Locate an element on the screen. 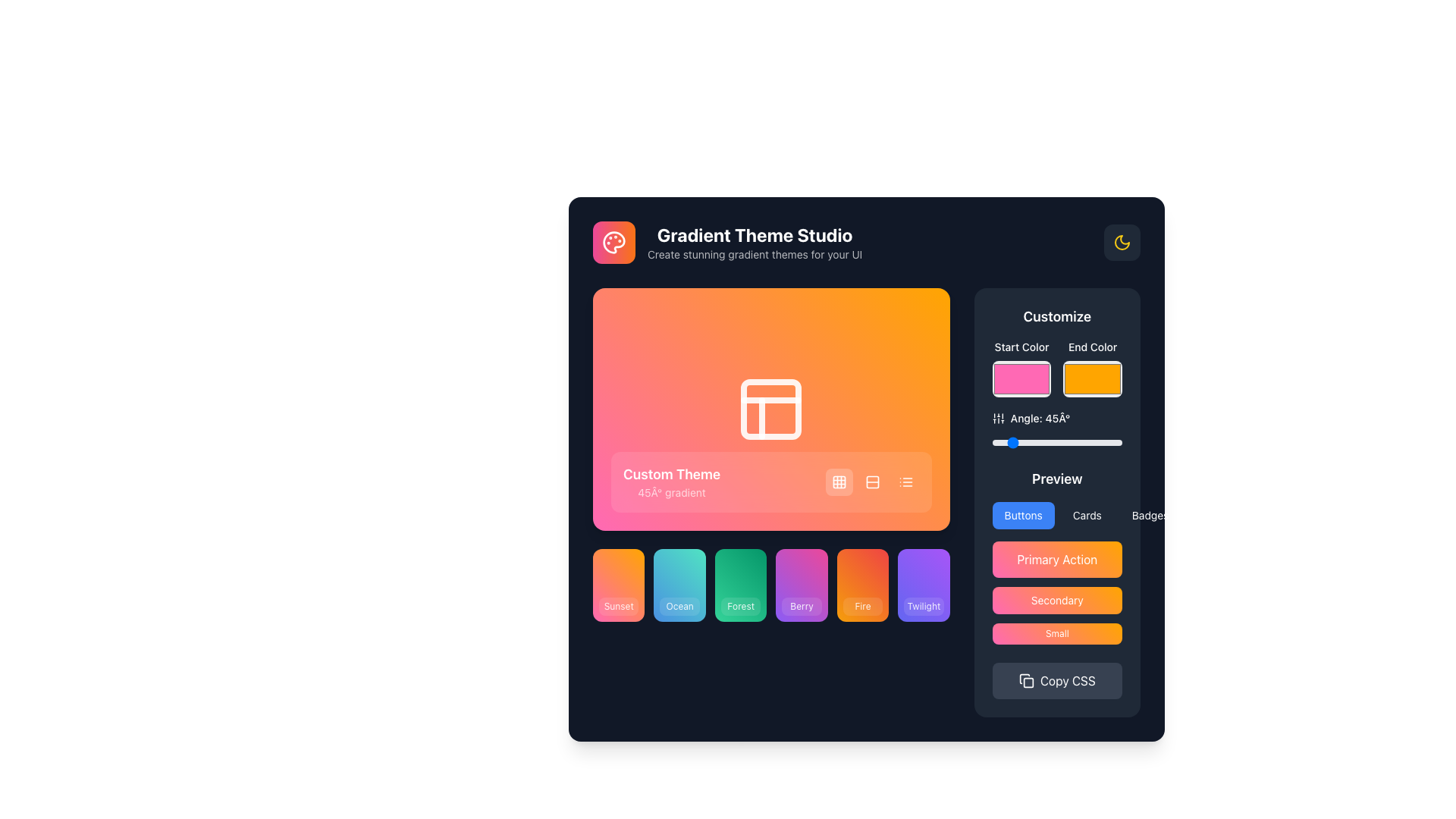 Image resolution: width=1456 pixels, height=819 pixels. the Header with subtitle that reads 'Gradient Theme Studio' is located at coordinates (755, 242).